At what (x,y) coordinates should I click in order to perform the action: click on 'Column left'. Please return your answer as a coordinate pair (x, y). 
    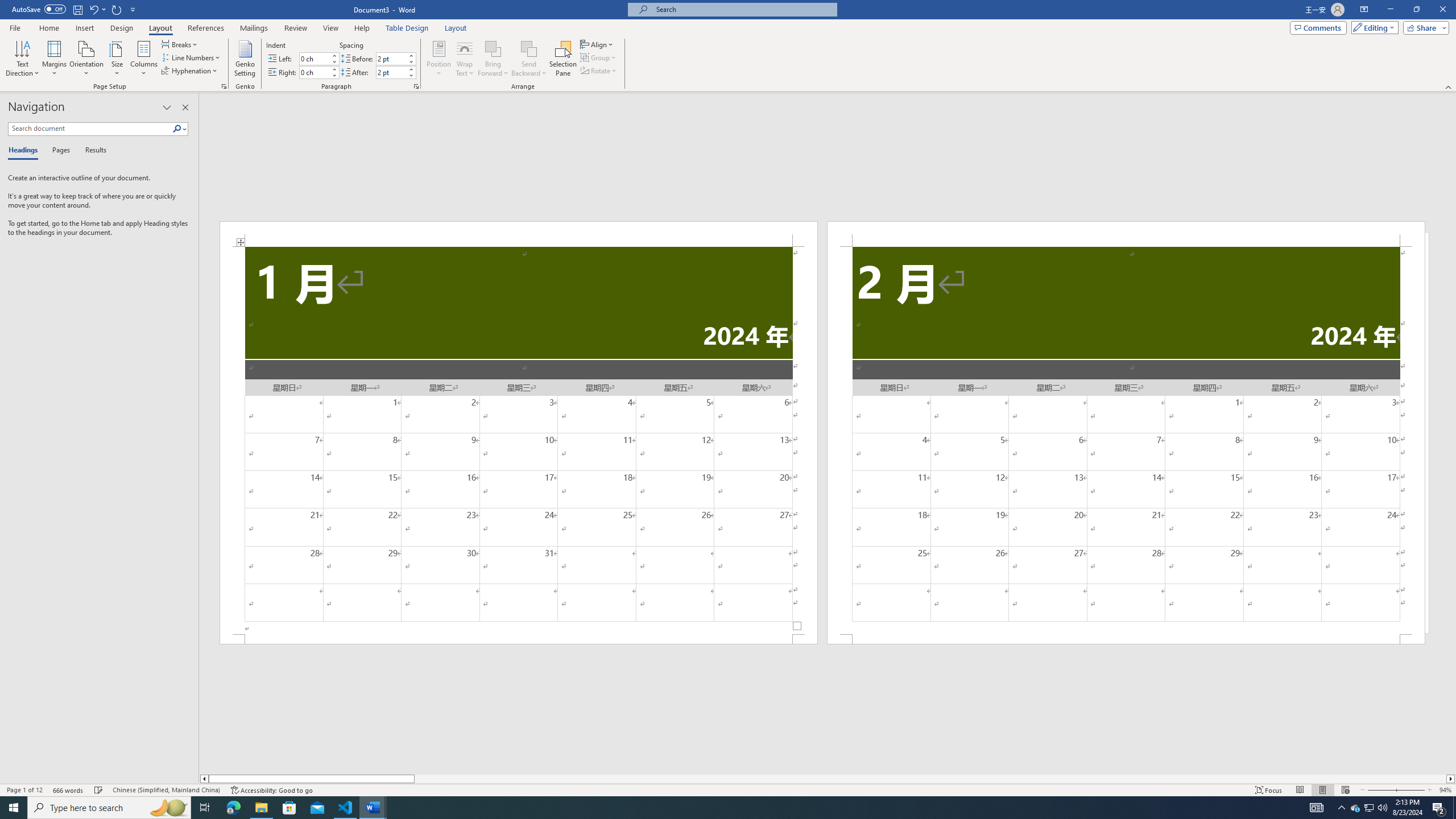
    Looking at the image, I should click on (204, 778).